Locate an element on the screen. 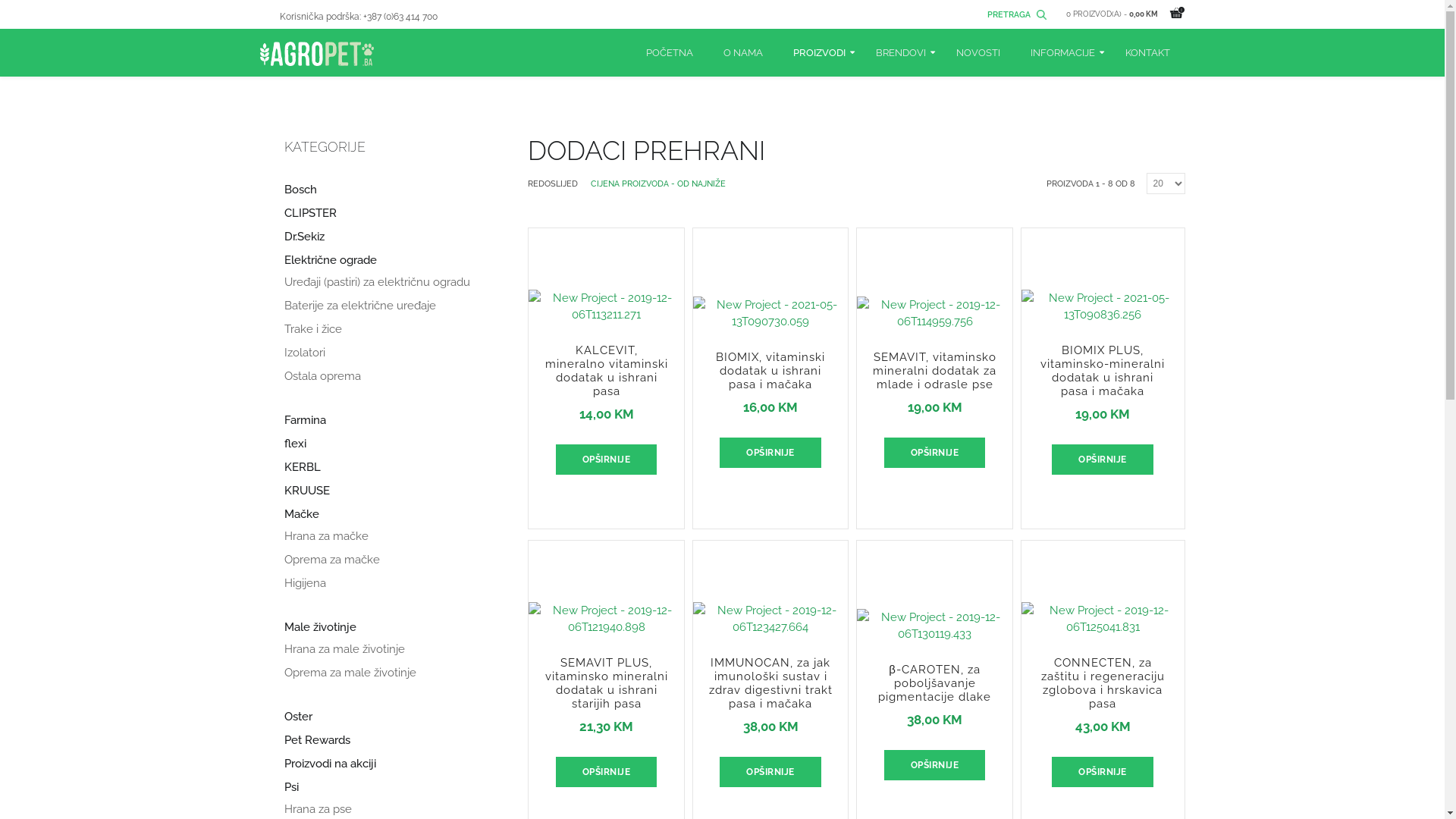 This screenshot has width=1456, height=819. 'KERBL' is located at coordinates (302, 466).